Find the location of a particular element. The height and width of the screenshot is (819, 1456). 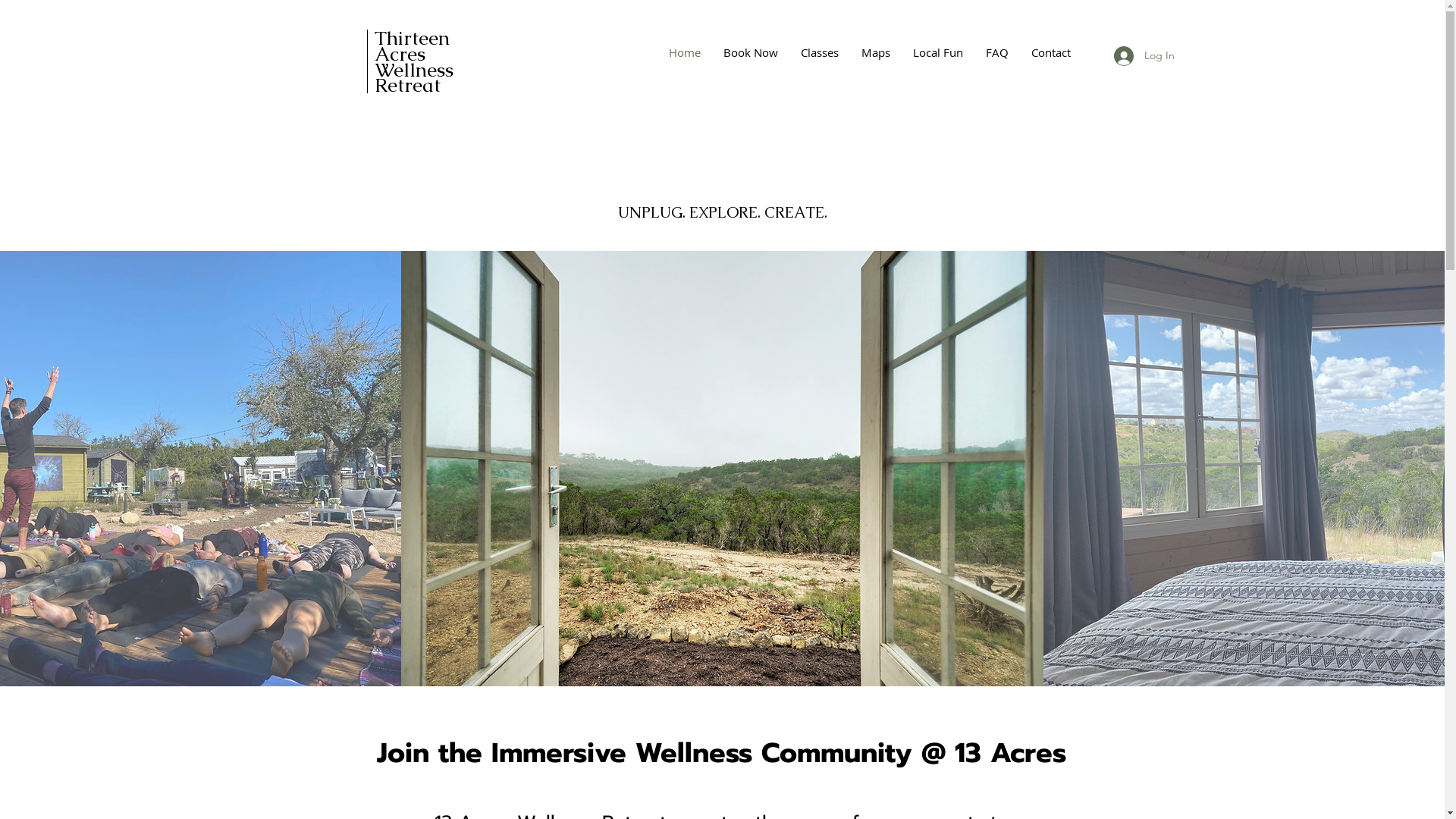

'Home' is located at coordinates (683, 52).